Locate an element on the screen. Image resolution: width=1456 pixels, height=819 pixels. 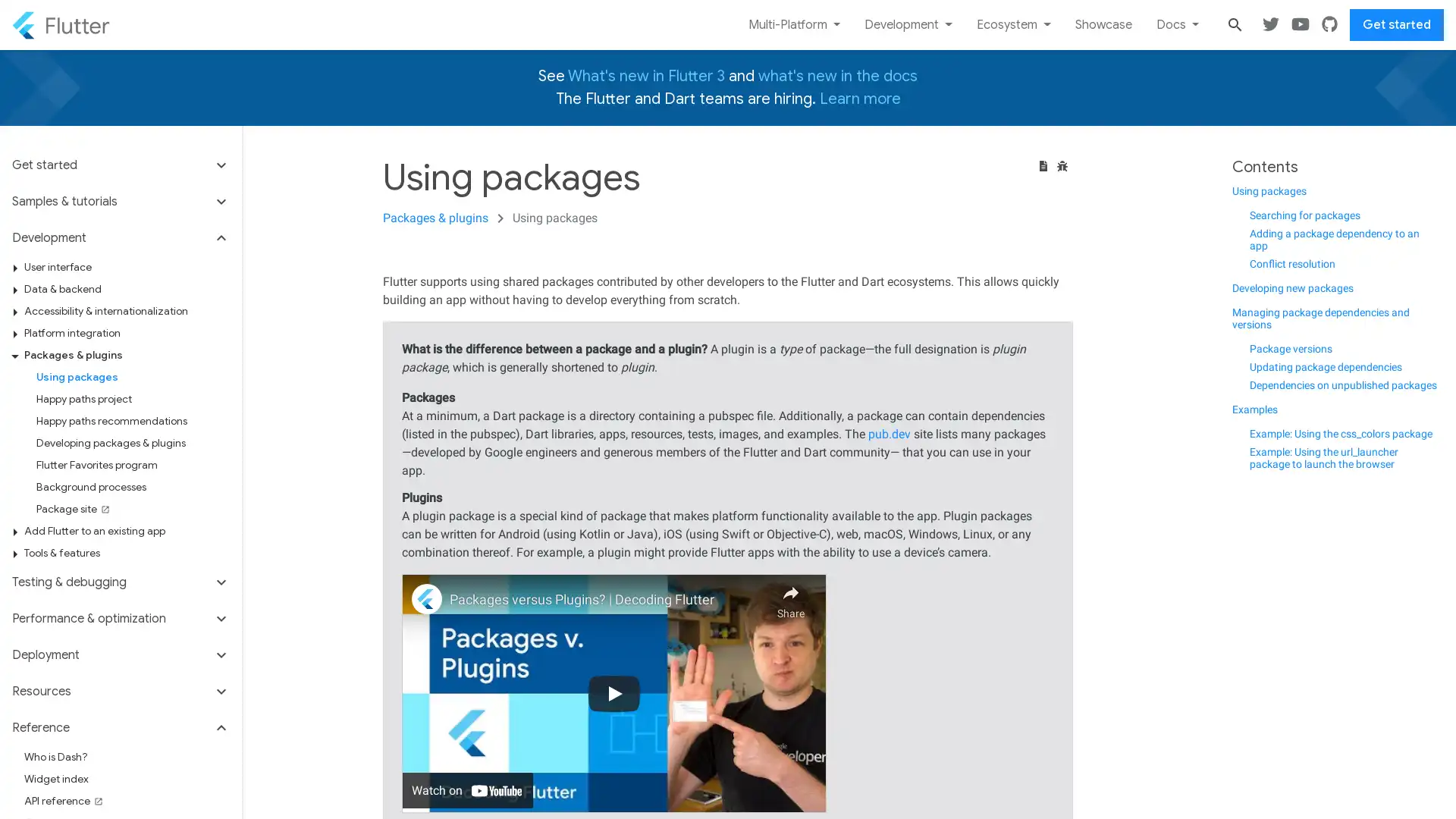
arrow_drop_down User interface is located at coordinates (127, 266).